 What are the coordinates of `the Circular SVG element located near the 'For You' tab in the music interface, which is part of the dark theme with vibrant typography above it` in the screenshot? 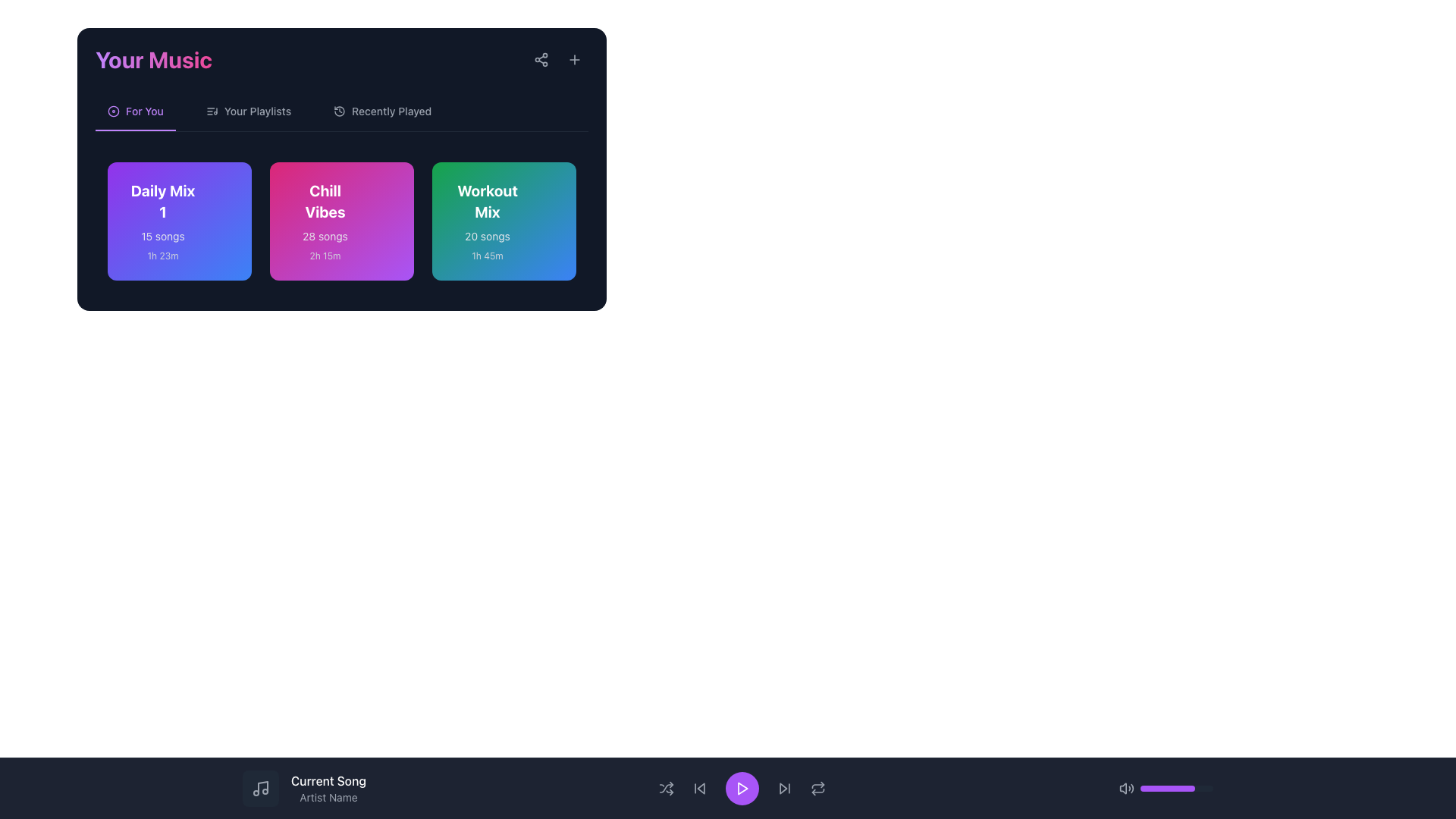 It's located at (112, 110).